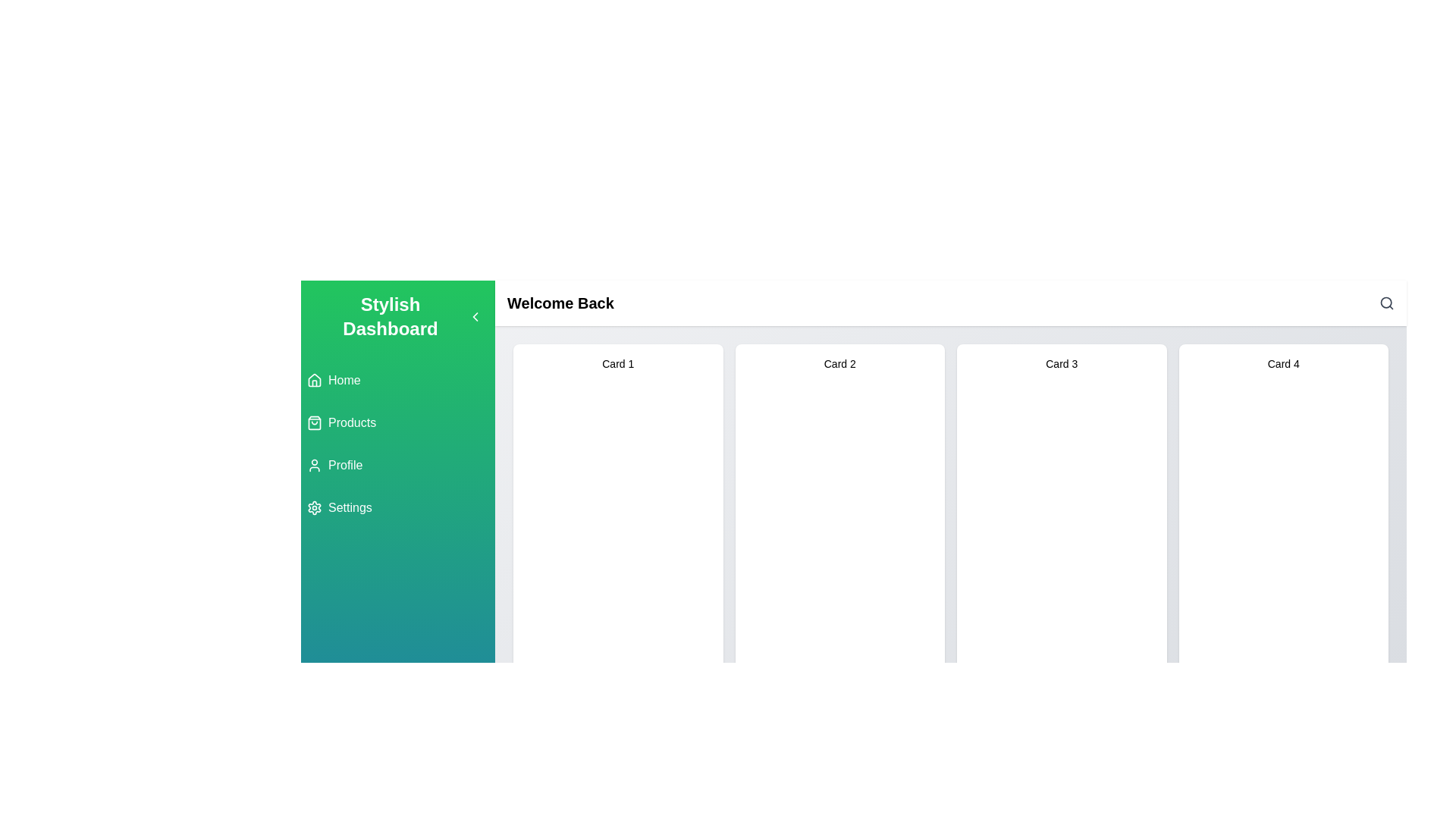  Describe the element at coordinates (313, 379) in the screenshot. I see `the house-shaped icon located in the green sidebar, which is positioned to the left of the 'Home' text` at that location.